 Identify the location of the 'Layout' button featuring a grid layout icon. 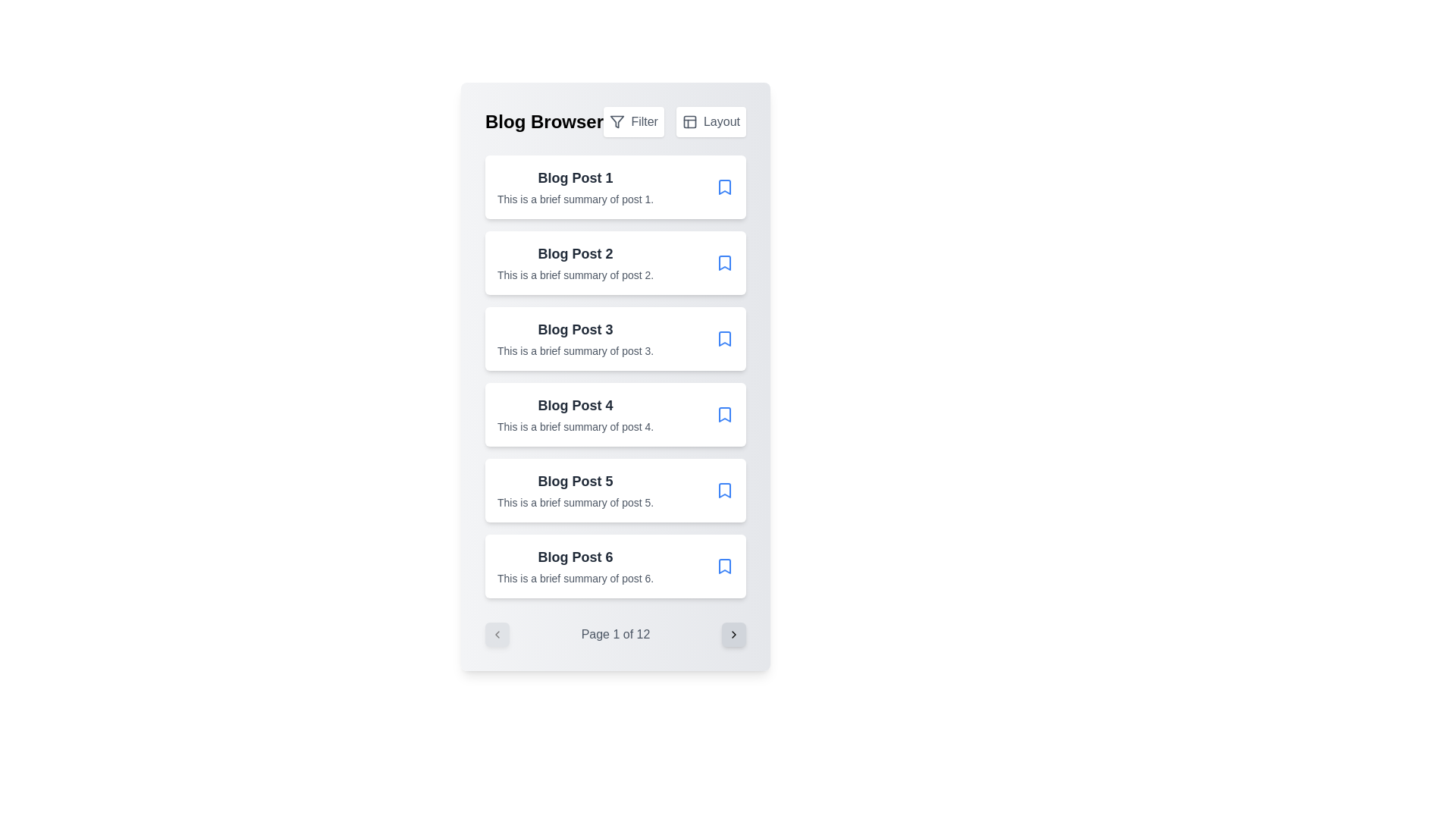
(710, 121).